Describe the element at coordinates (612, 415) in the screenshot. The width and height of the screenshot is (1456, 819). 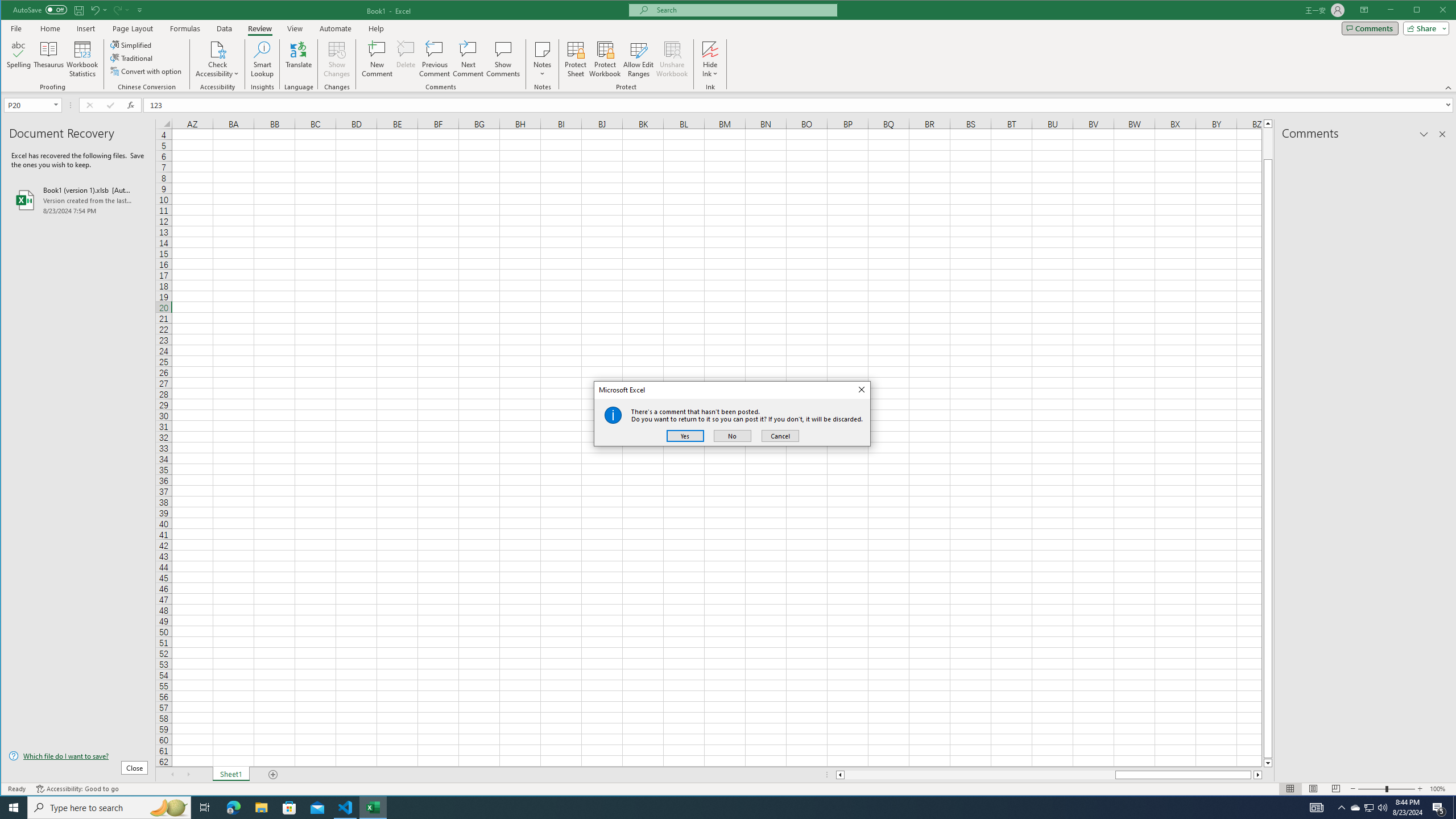
I see `'Class: Static'` at that location.